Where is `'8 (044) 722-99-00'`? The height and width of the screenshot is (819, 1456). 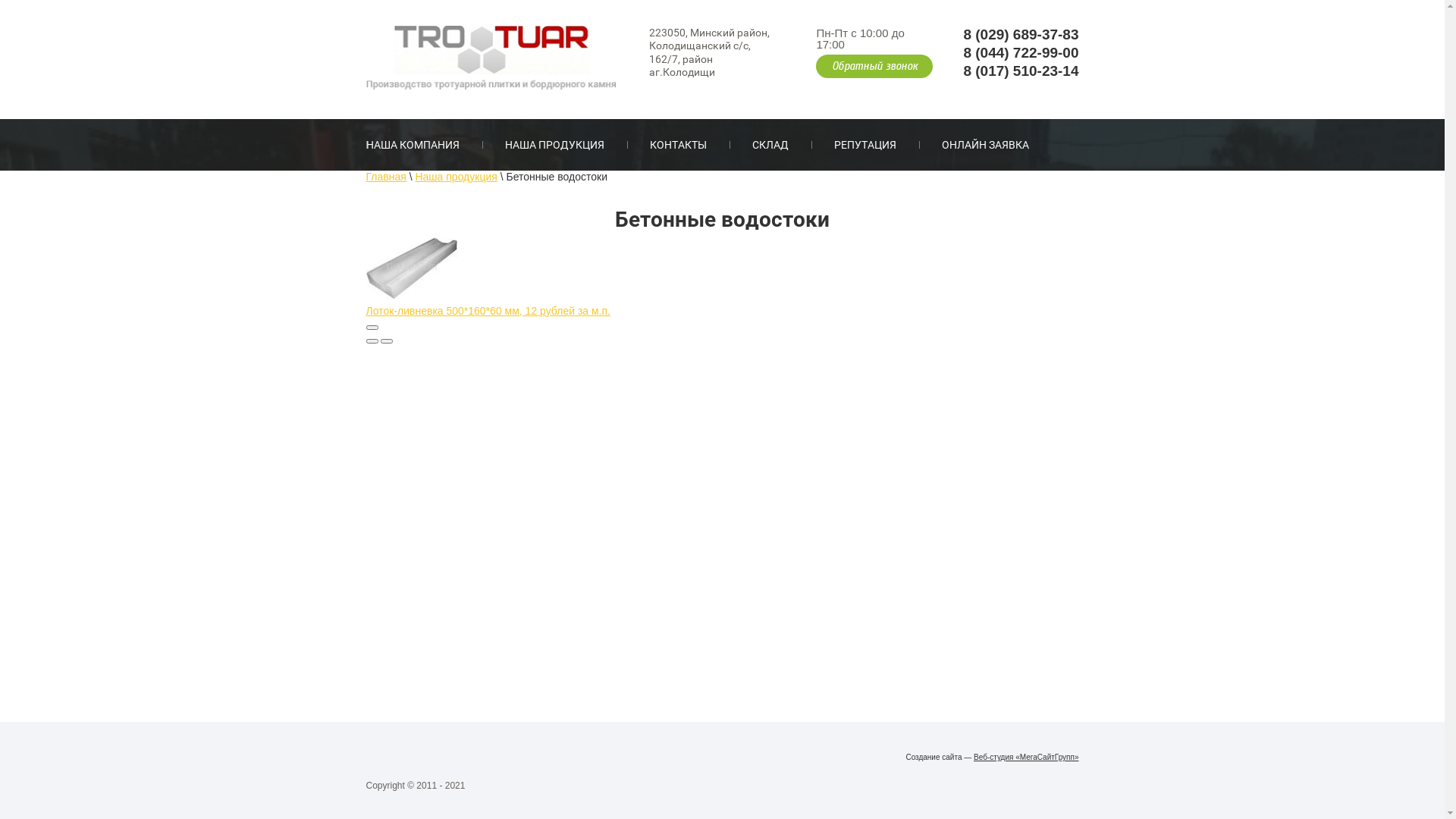 '8 (044) 722-99-00' is located at coordinates (962, 52).